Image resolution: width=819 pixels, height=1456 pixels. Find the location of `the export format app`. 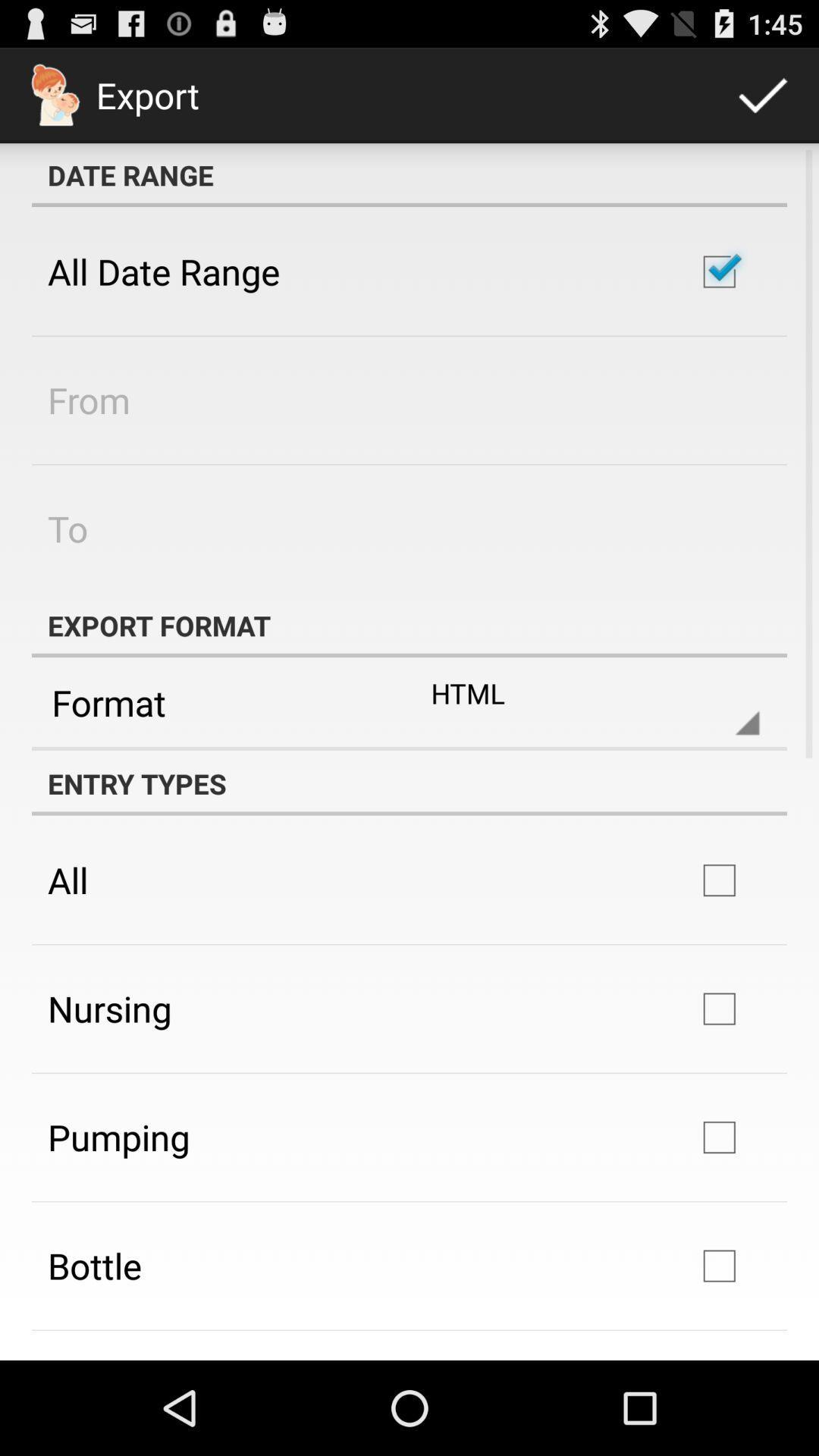

the export format app is located at coordinates (409, 626).